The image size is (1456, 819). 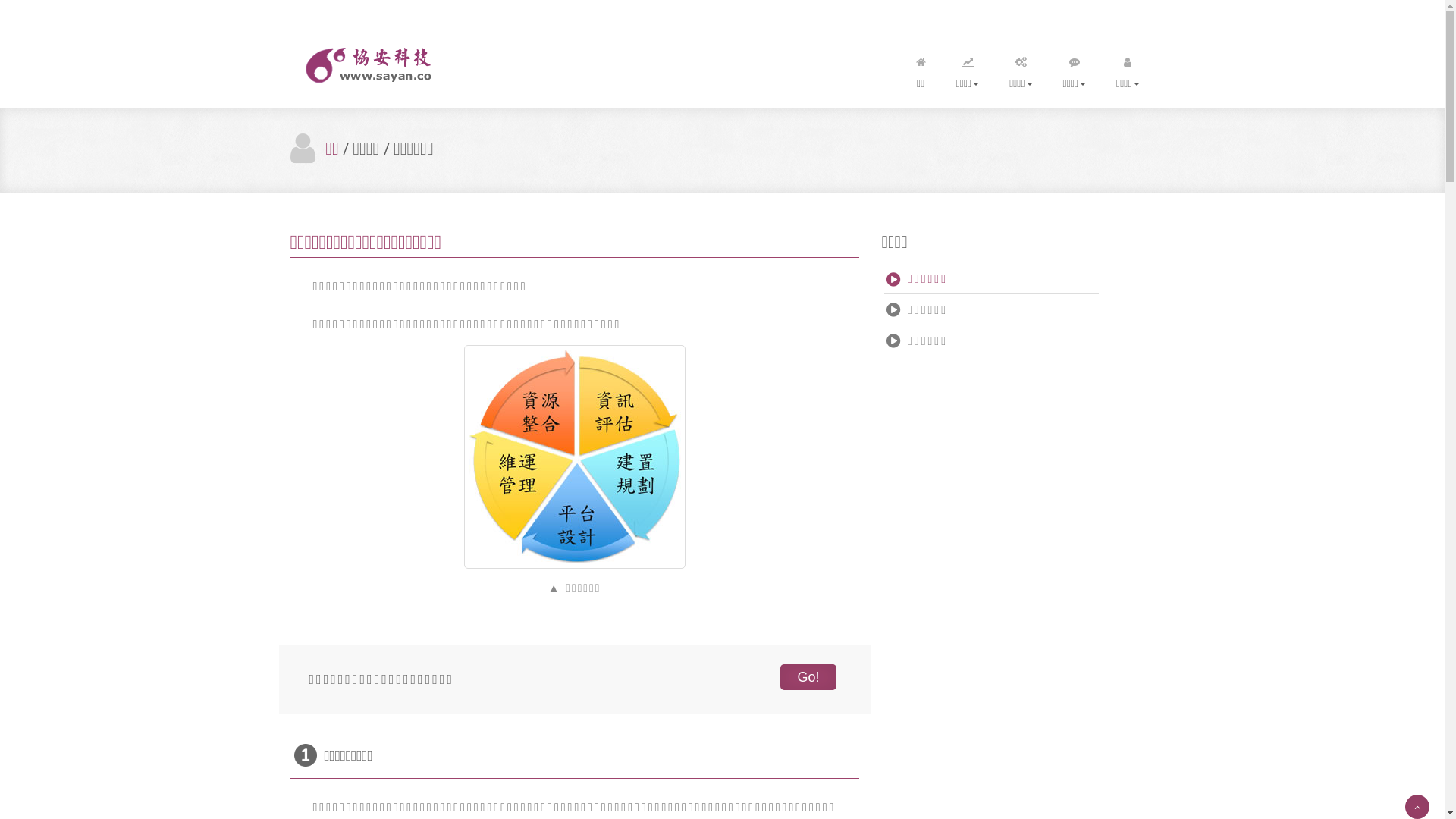 What do you see at coordinates (807, 676) in the screenshot?
I see `'Go!'` at bounding box center [807, 676].